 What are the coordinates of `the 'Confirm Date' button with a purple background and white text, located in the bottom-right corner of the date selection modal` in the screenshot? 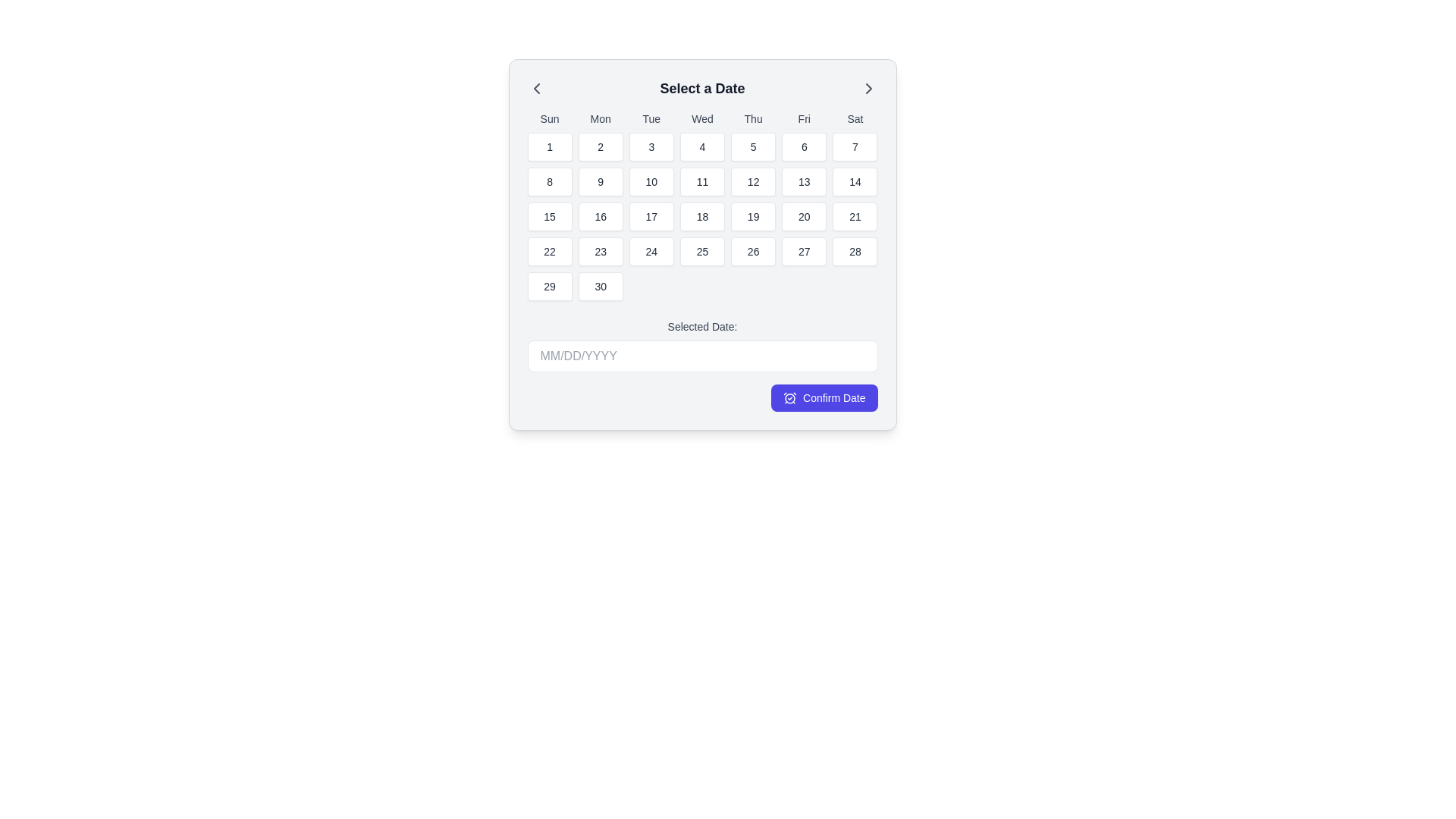 It's located at (823, 397).